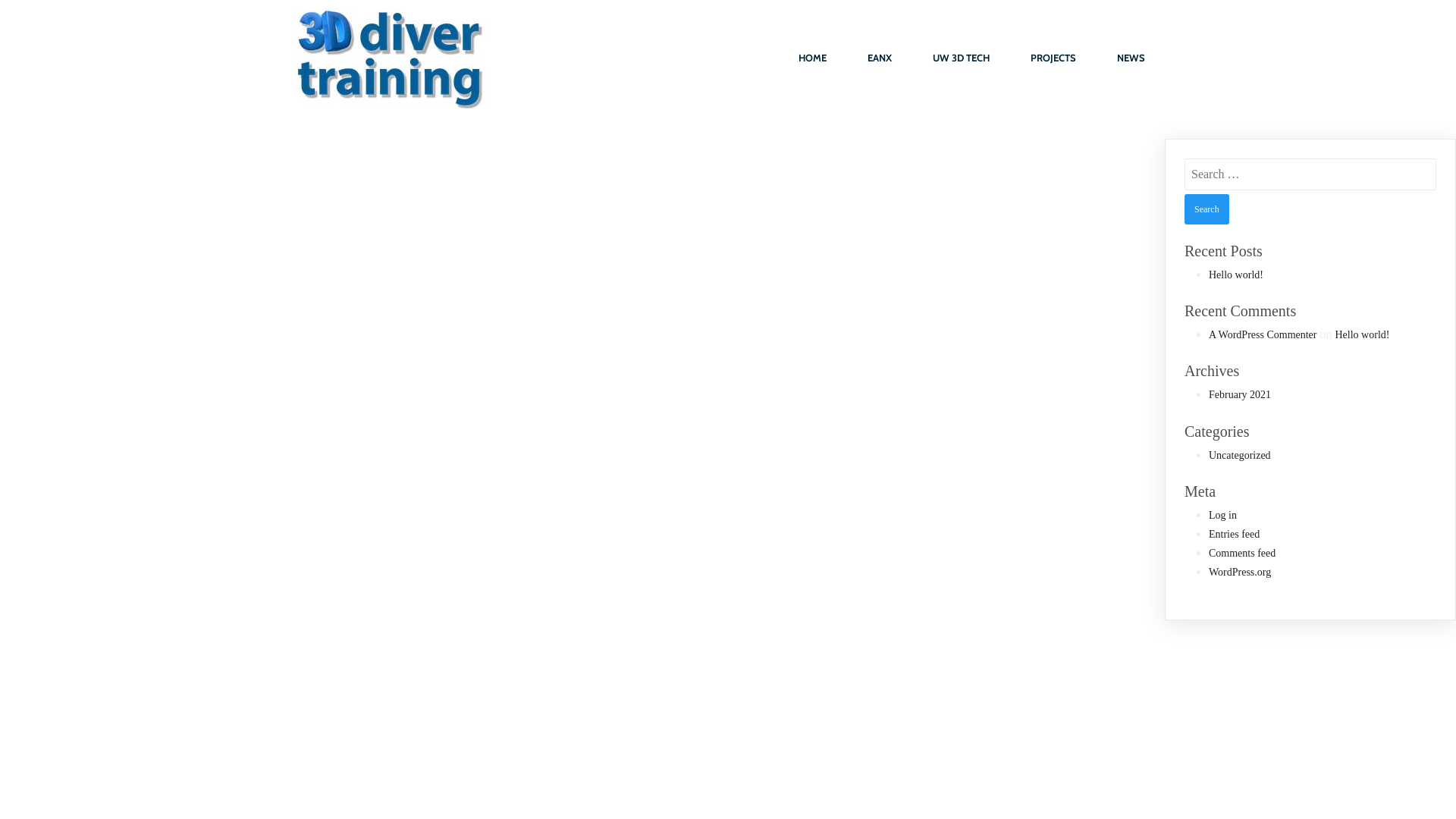 This screenshot has height=819, width=1456. Describe the element at coordinates (1240, 572) in the screenshot. I see `'WordPress.org'` at that location.